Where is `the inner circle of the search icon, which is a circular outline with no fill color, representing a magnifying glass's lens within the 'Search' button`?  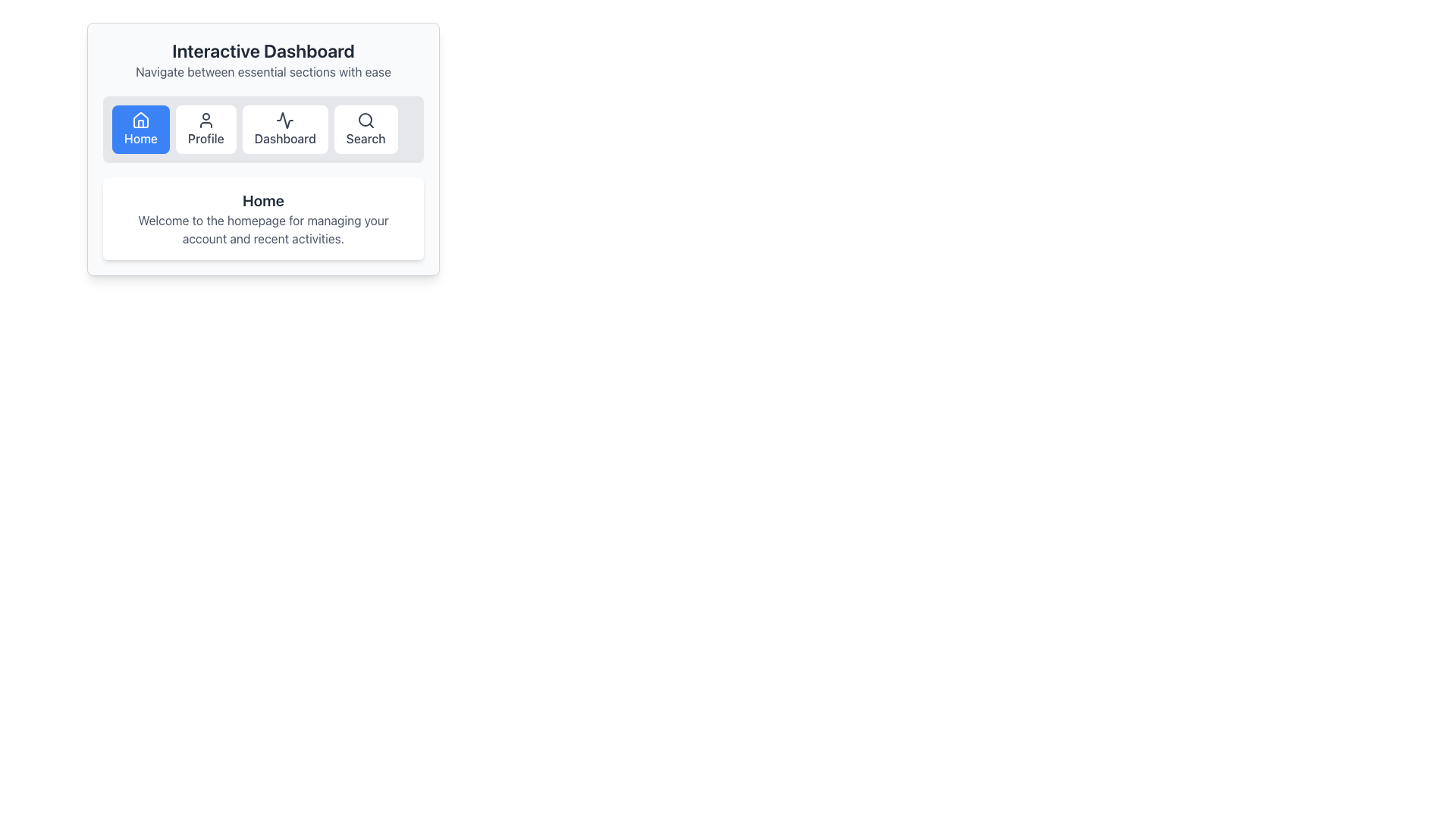
the inner circle of the search icon, which is a circular outline with no fill color, representing a magnifying glass's lens within the 'Search' button is located at coordinates (365, 119).